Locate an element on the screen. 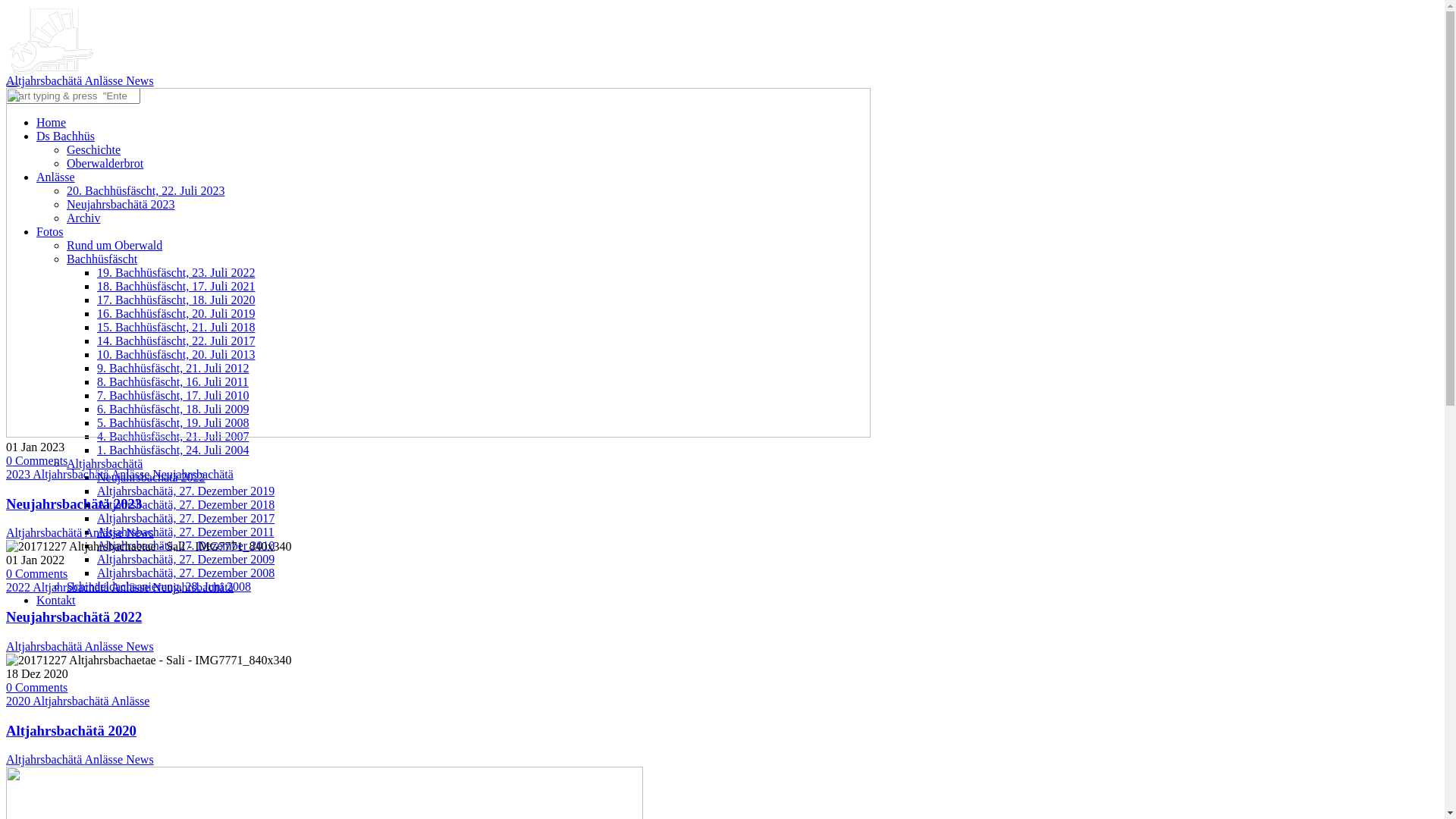 This screenshot has width=1456, height=819. 'Geschichte' is located at coordinates (93, 149).